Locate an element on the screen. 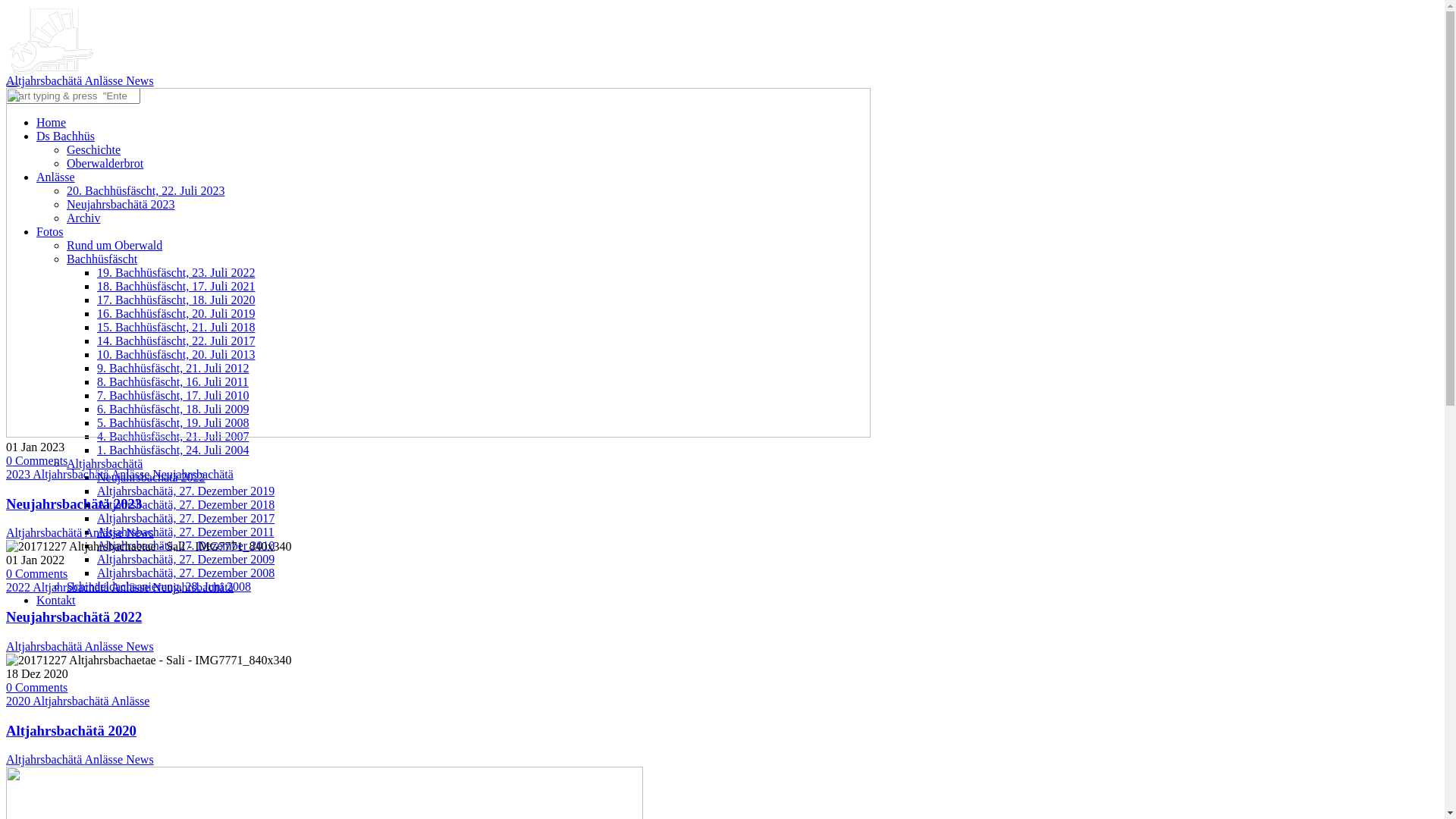 This screenshot has width=1456, height=819. 'Geschichte' is located at coordinates (93, 149).